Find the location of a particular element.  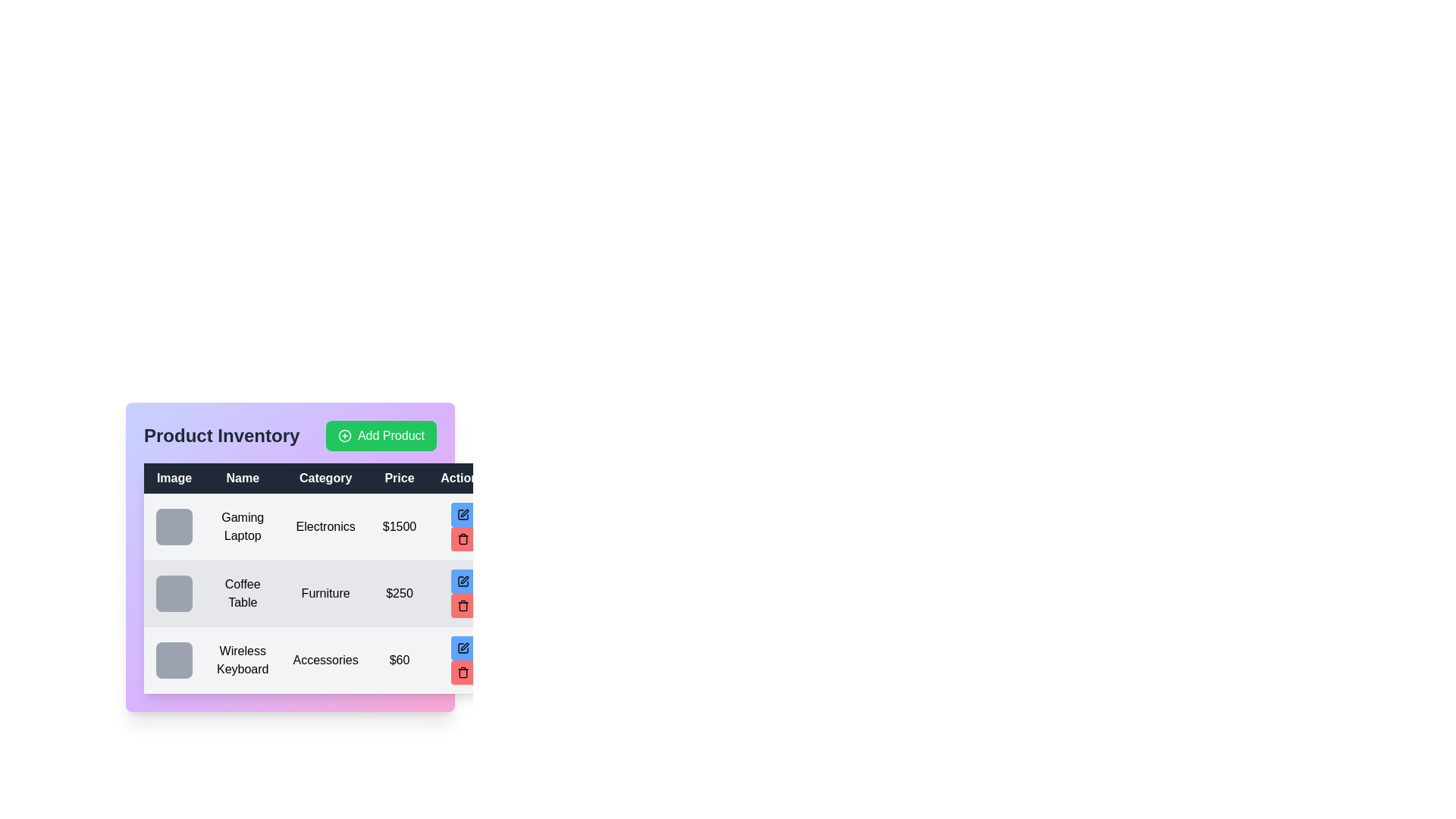

the edit icon button located in the 'Actions' column of the 'Coffee Table' product entry to initiate an edit action is located at coordinates (462, 581).